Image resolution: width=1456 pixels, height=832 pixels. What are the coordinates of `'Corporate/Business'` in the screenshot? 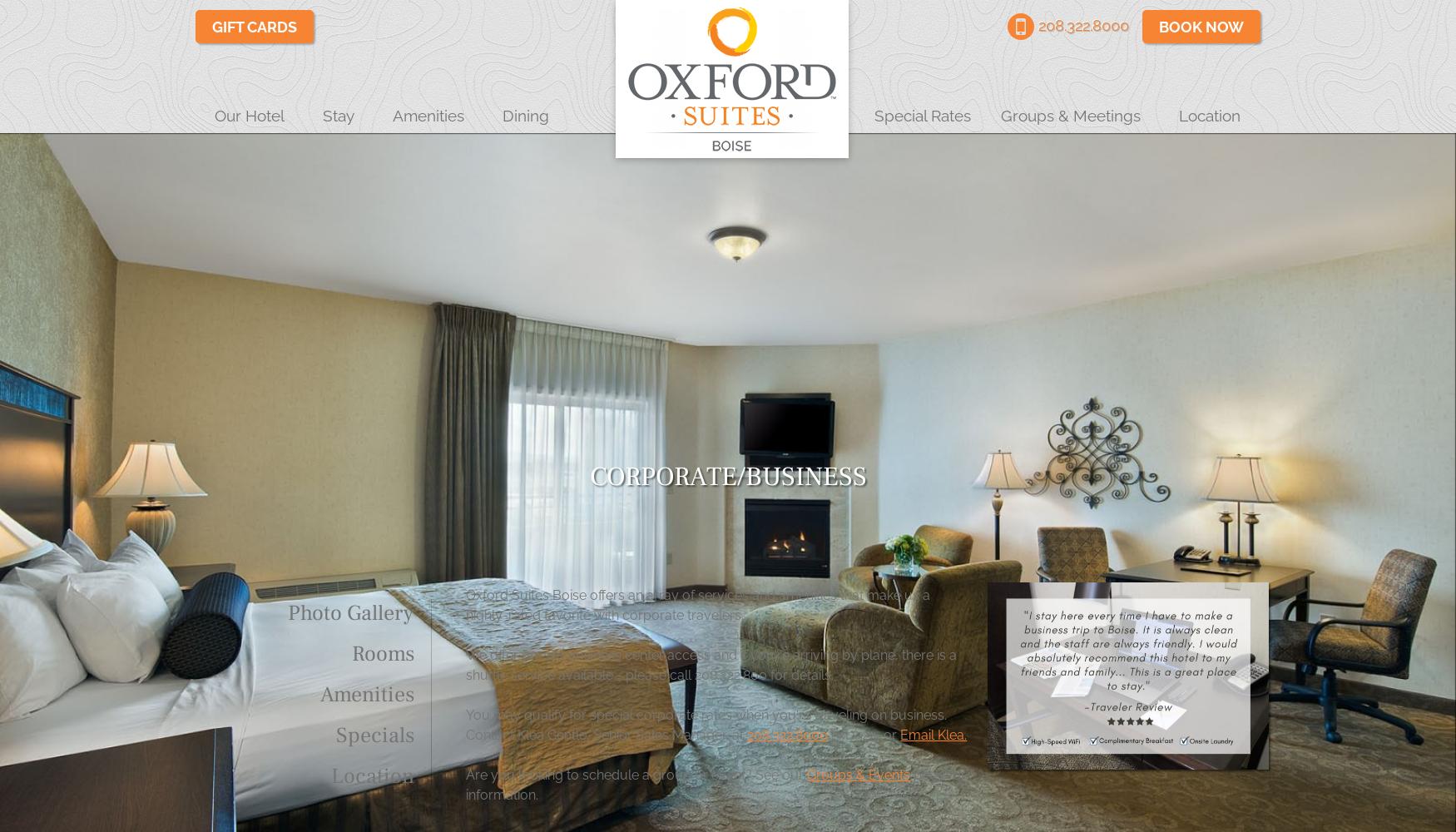 It's located at (727, 475).